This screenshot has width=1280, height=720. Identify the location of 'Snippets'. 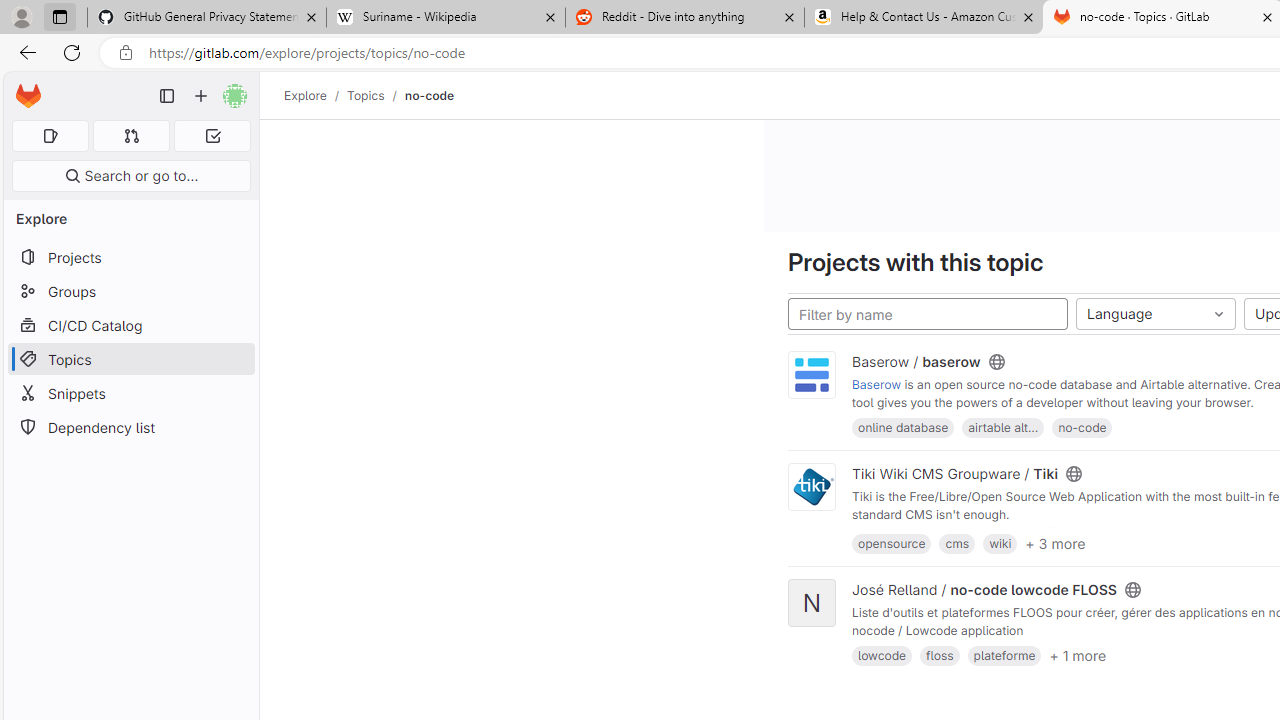
(130, 393).